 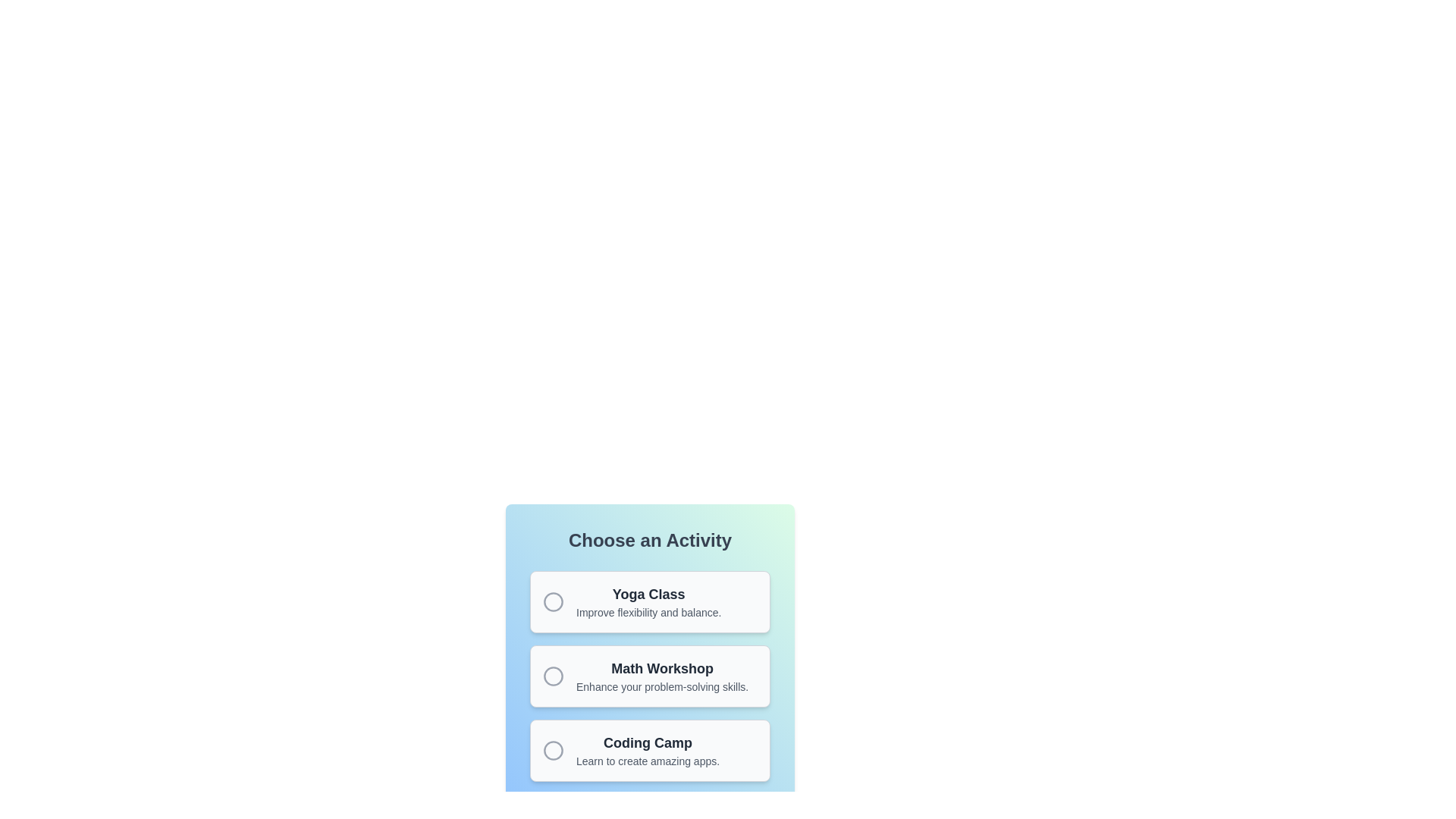 I want to click on the radio button with a gray border and empty center located to the left of the 'Math Workshop' text, so click(x=552, y=675).